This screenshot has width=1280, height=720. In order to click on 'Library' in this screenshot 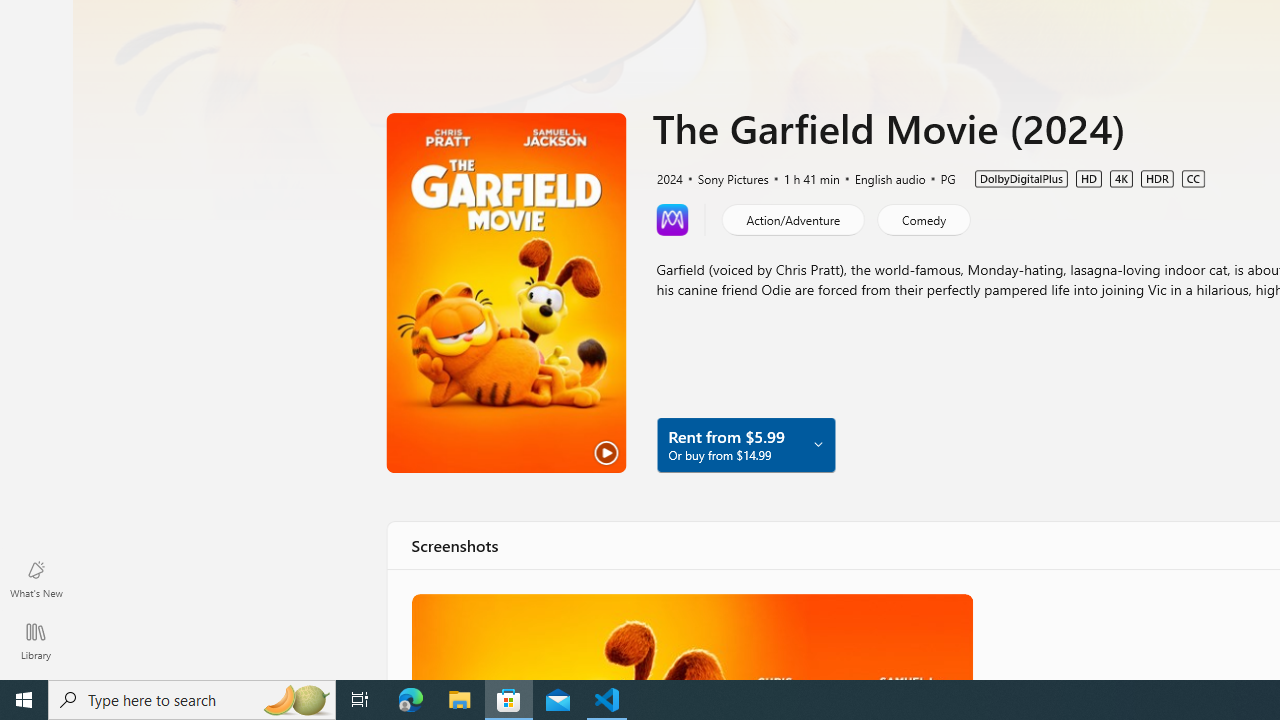, I will do `click(35, 640)`.